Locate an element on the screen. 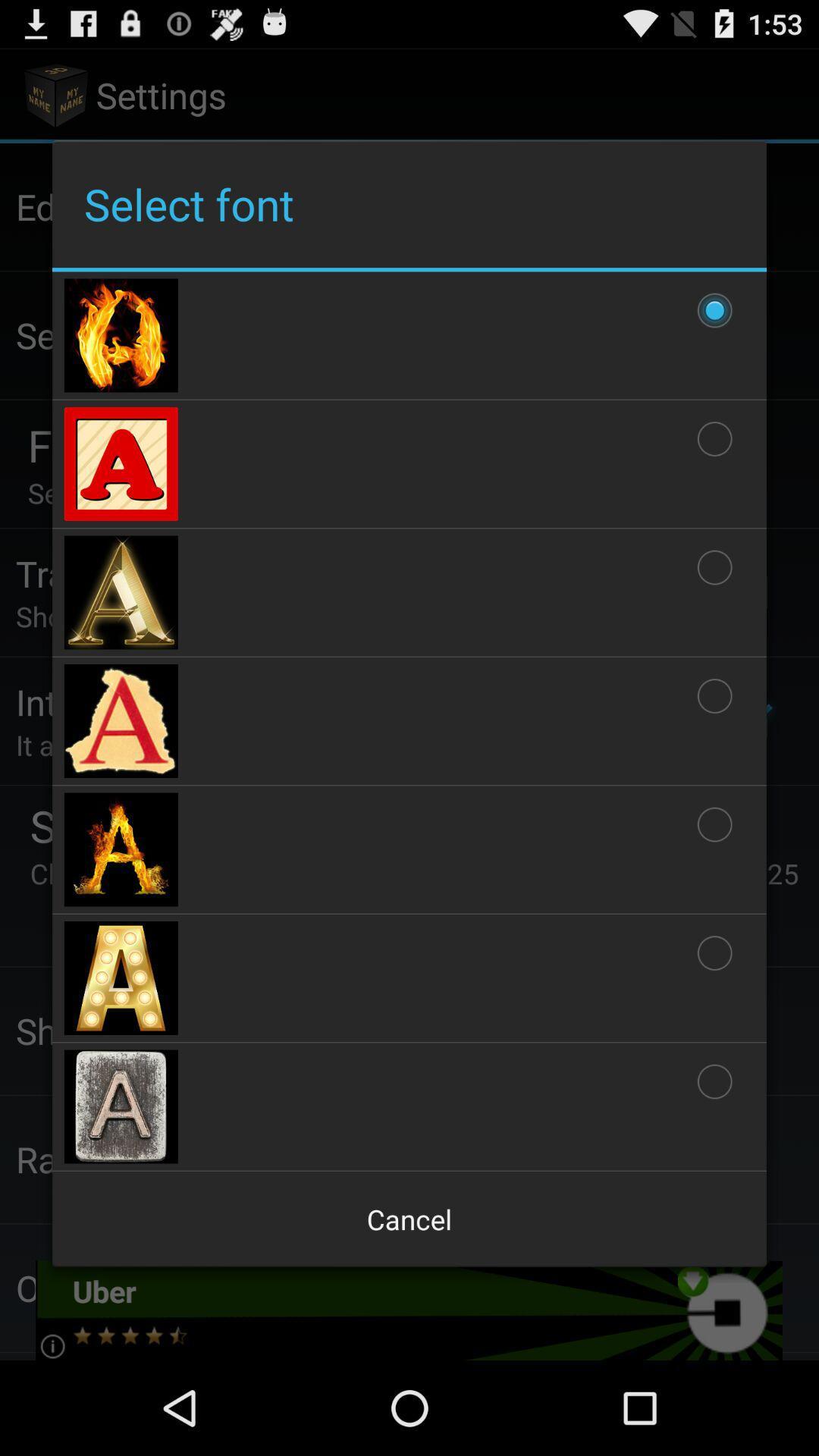  button at the bottom is located at coordinates (409, 1219).